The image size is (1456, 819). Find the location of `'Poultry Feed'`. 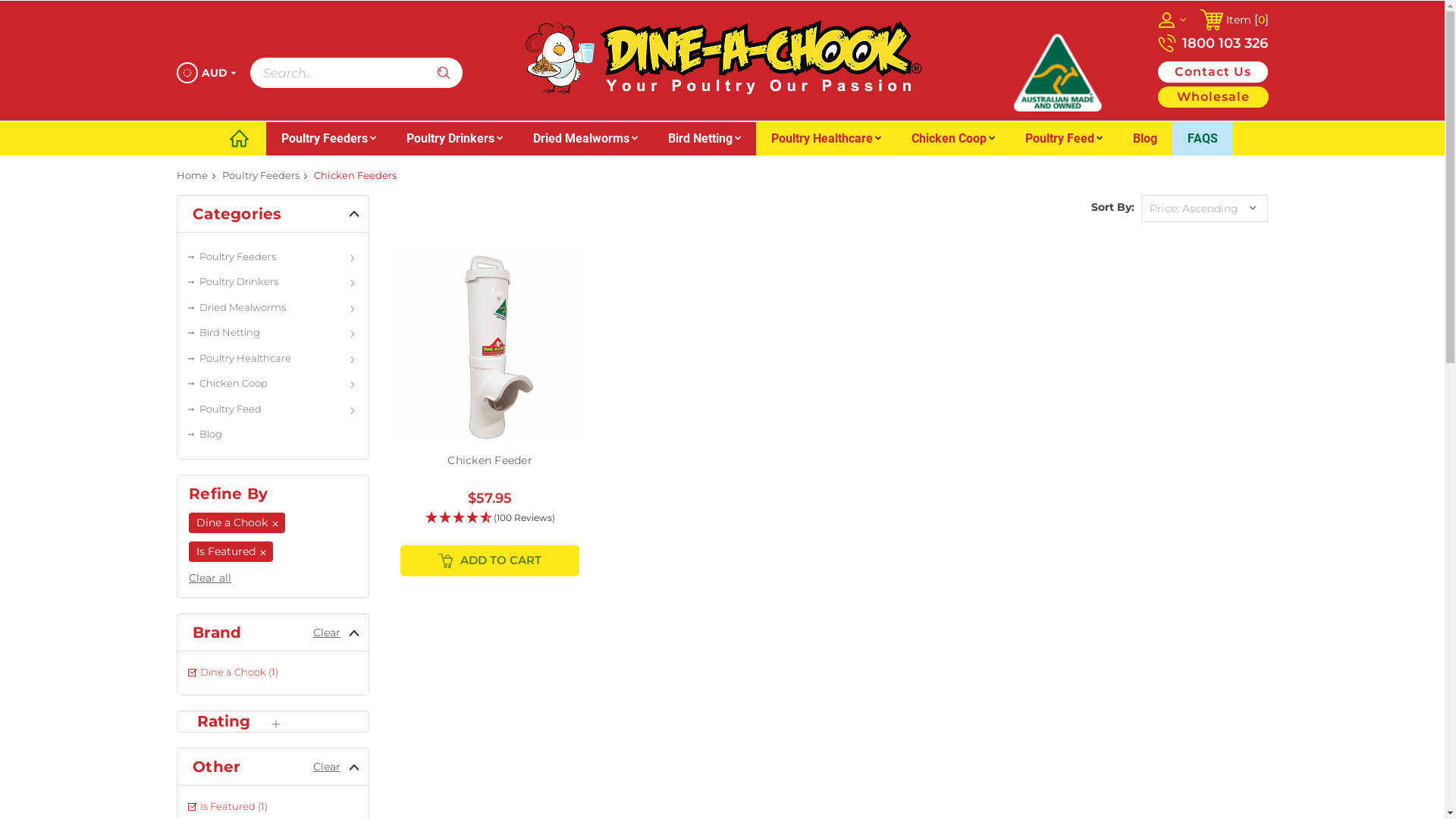

'Poultry Feed' is located at coordinates (1009, 138).